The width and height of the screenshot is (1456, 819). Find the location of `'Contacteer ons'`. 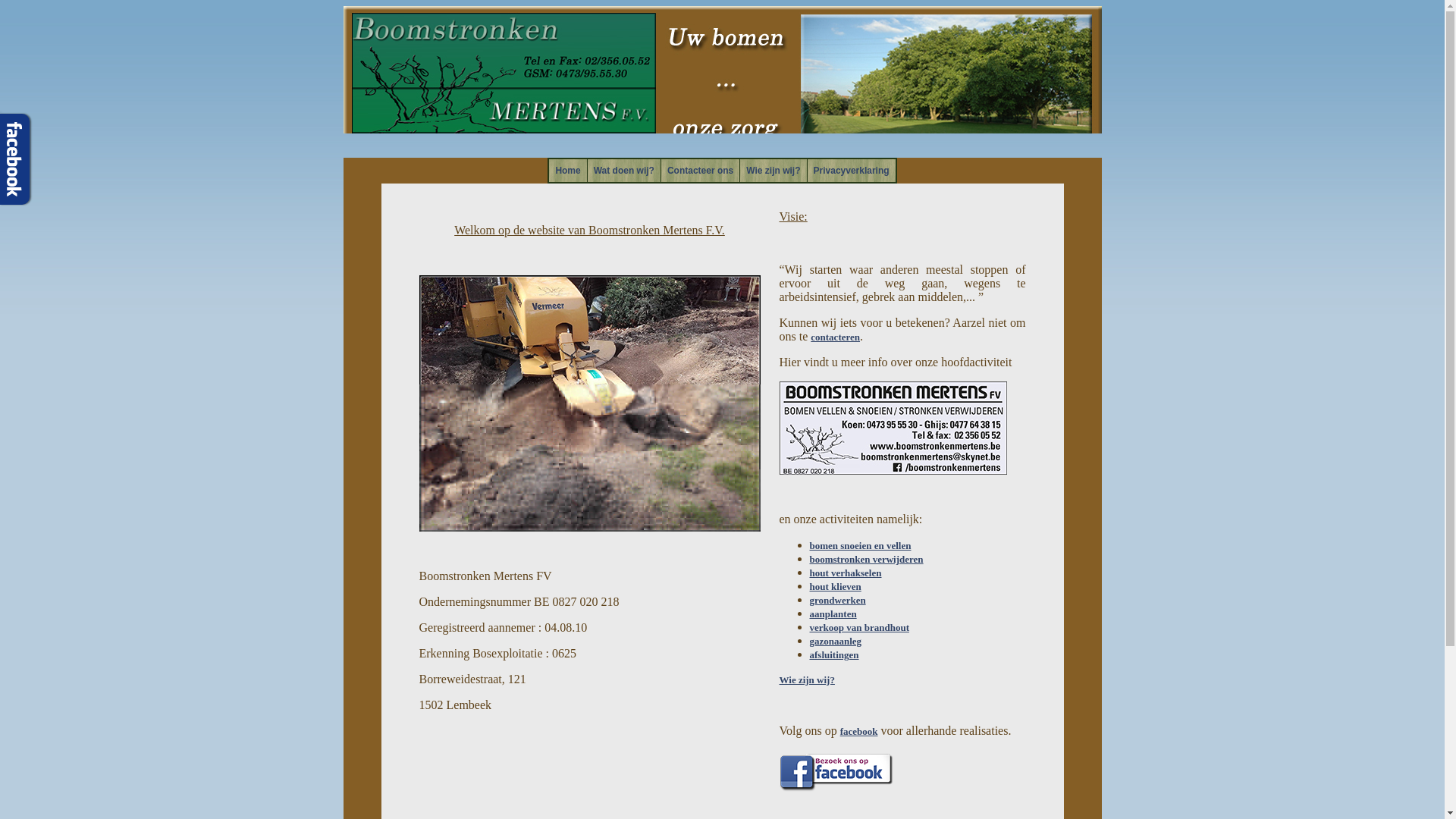

'Contacteer ons' is located at coordinates (699, 170).